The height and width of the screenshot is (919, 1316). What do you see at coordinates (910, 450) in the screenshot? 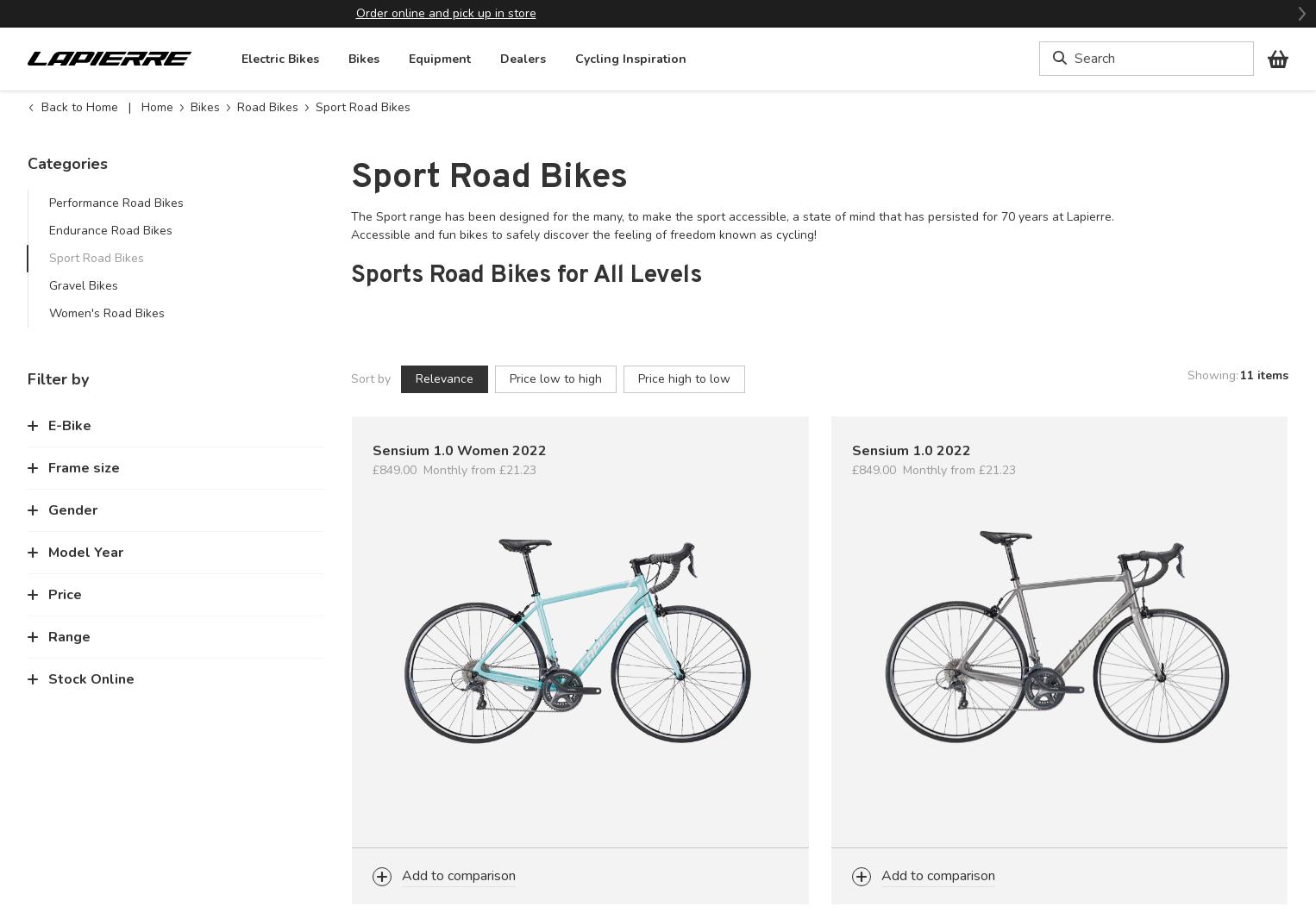
I see `'Sensium 1.0 2022'` at bounding box center [910, 450].